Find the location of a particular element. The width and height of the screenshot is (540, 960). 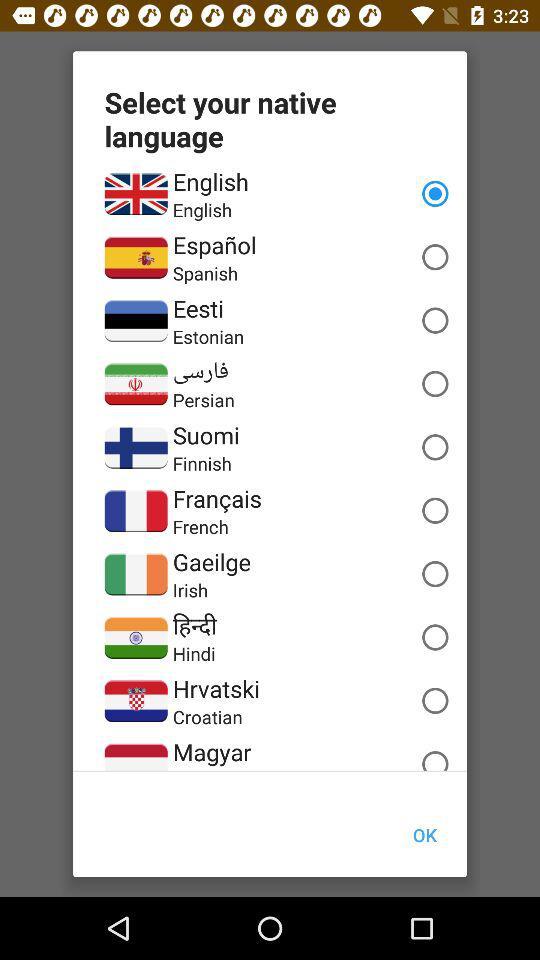

the suomi icon is located at coordinates (205, 435).